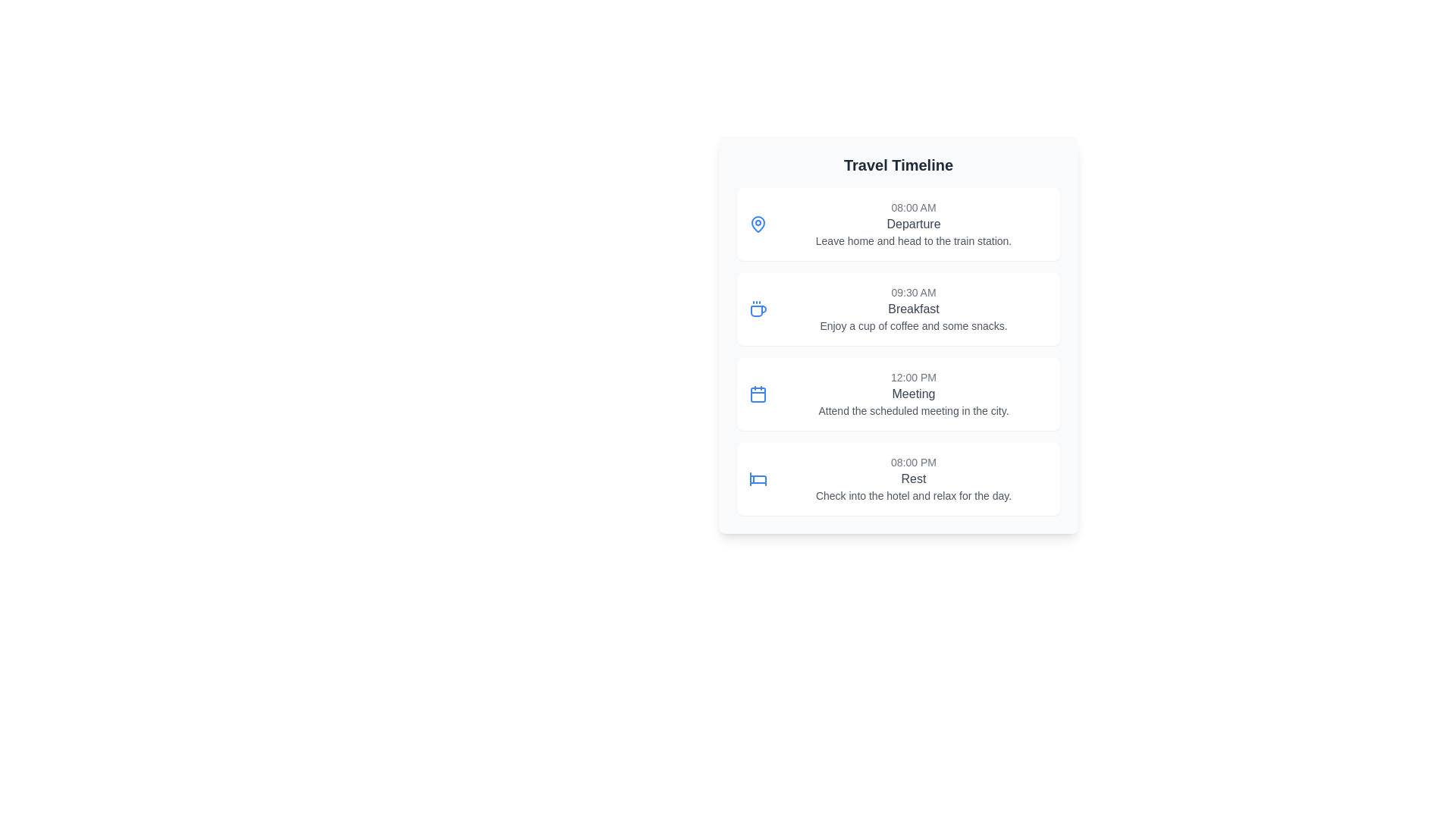  I want to click on the fourth List item card in the Travel Timeline, which features a blue bed icon, the time '08:00 PM', and the activity label 'Rest', so click(899, 479).